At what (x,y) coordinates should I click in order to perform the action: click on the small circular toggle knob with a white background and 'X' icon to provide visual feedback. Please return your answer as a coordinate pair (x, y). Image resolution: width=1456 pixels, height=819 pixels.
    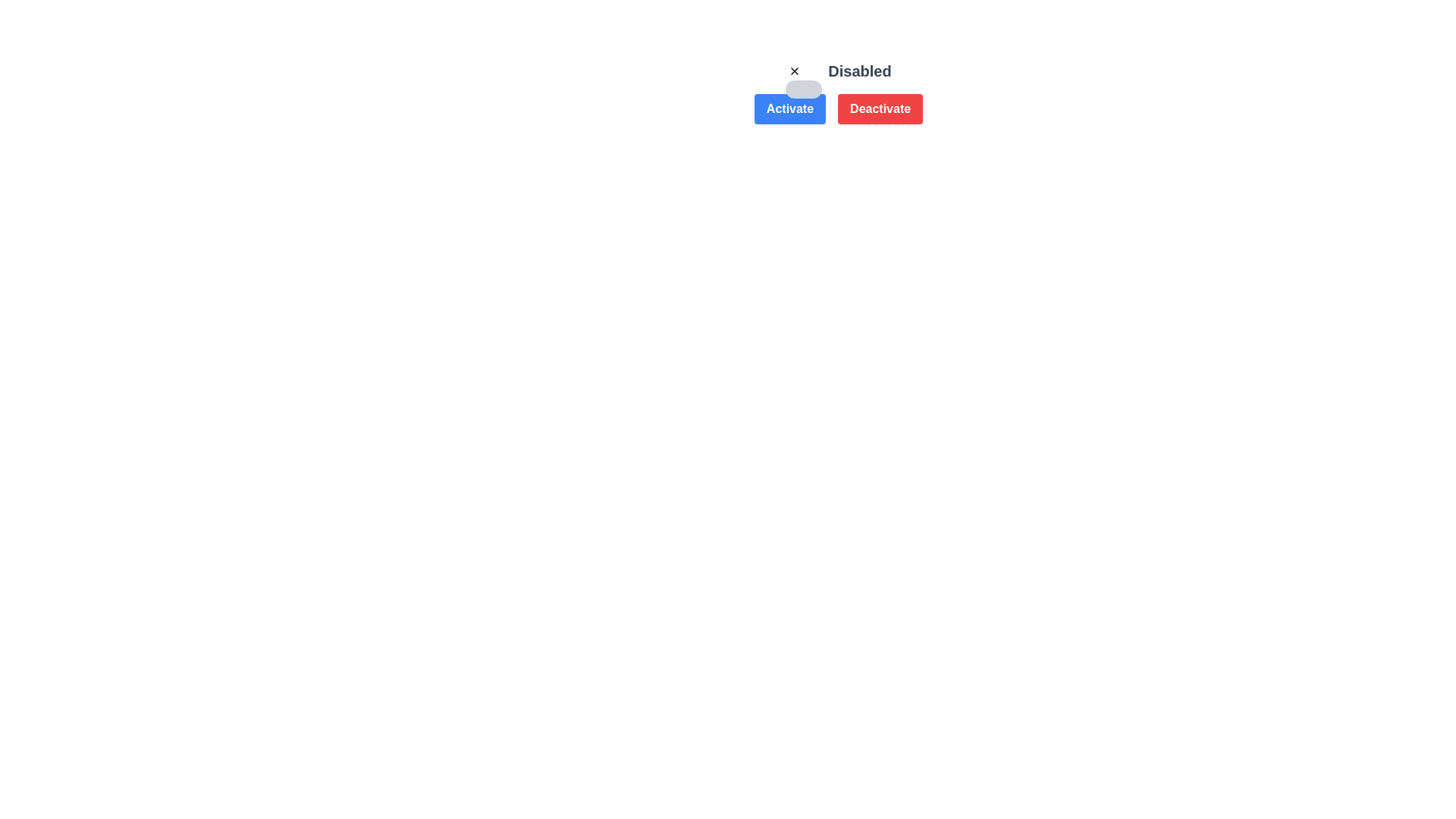
    Looking at the image, I should click on (794, 71).